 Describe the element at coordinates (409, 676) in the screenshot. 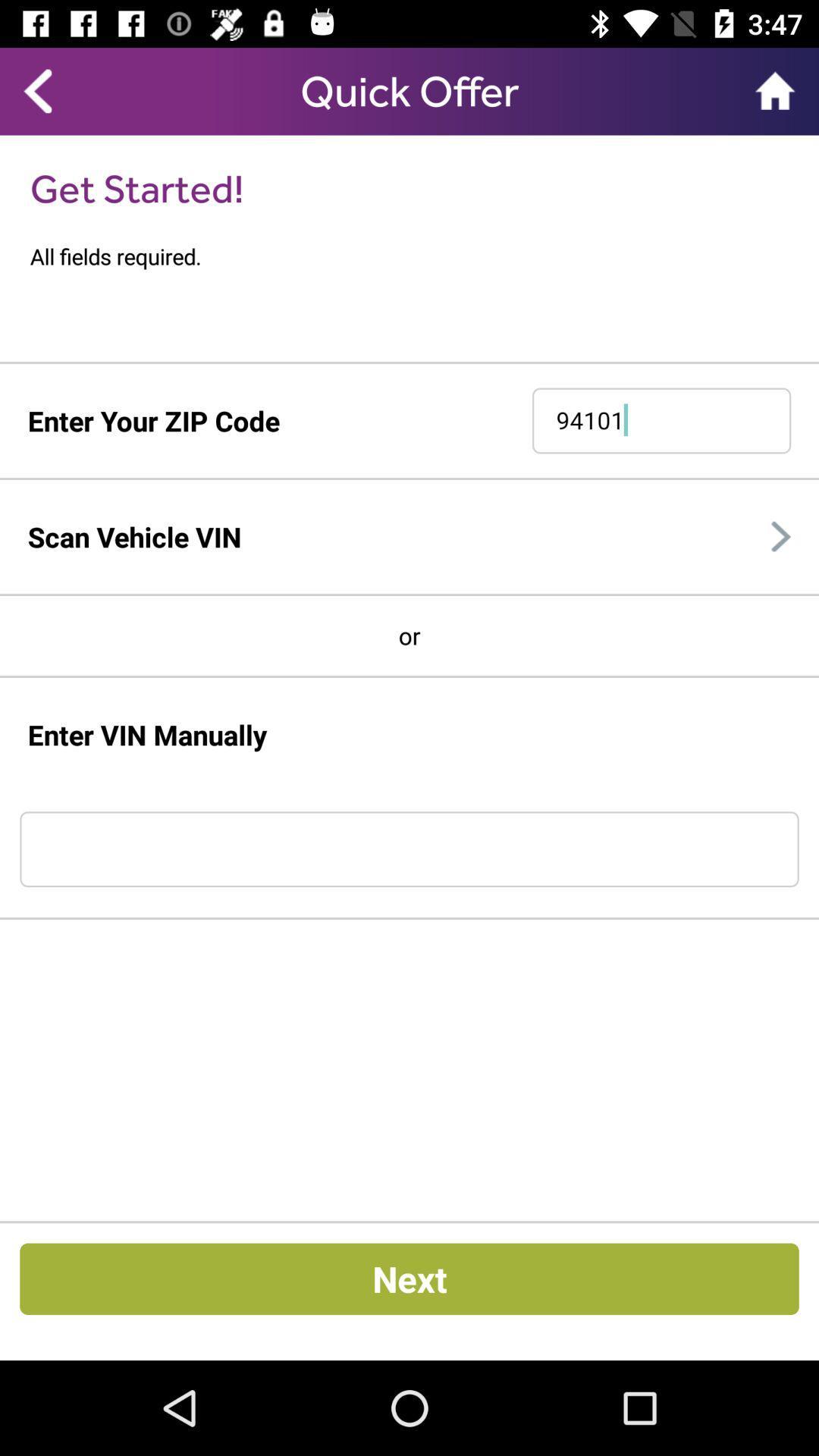

I see `item above enter vin manually item` at that location.